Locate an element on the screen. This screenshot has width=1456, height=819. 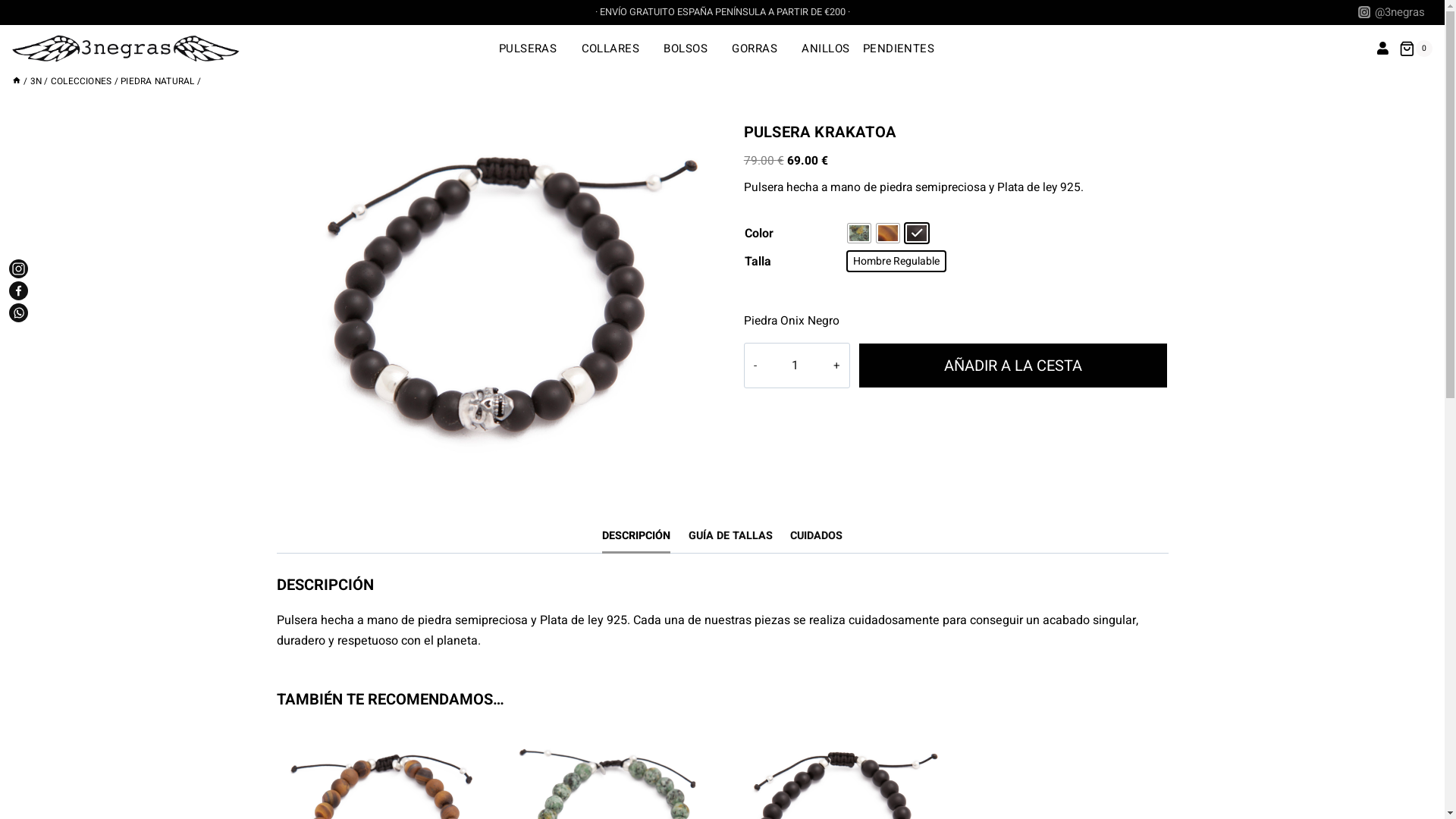
'Whatsapp' is located at coordinates (18, 312).